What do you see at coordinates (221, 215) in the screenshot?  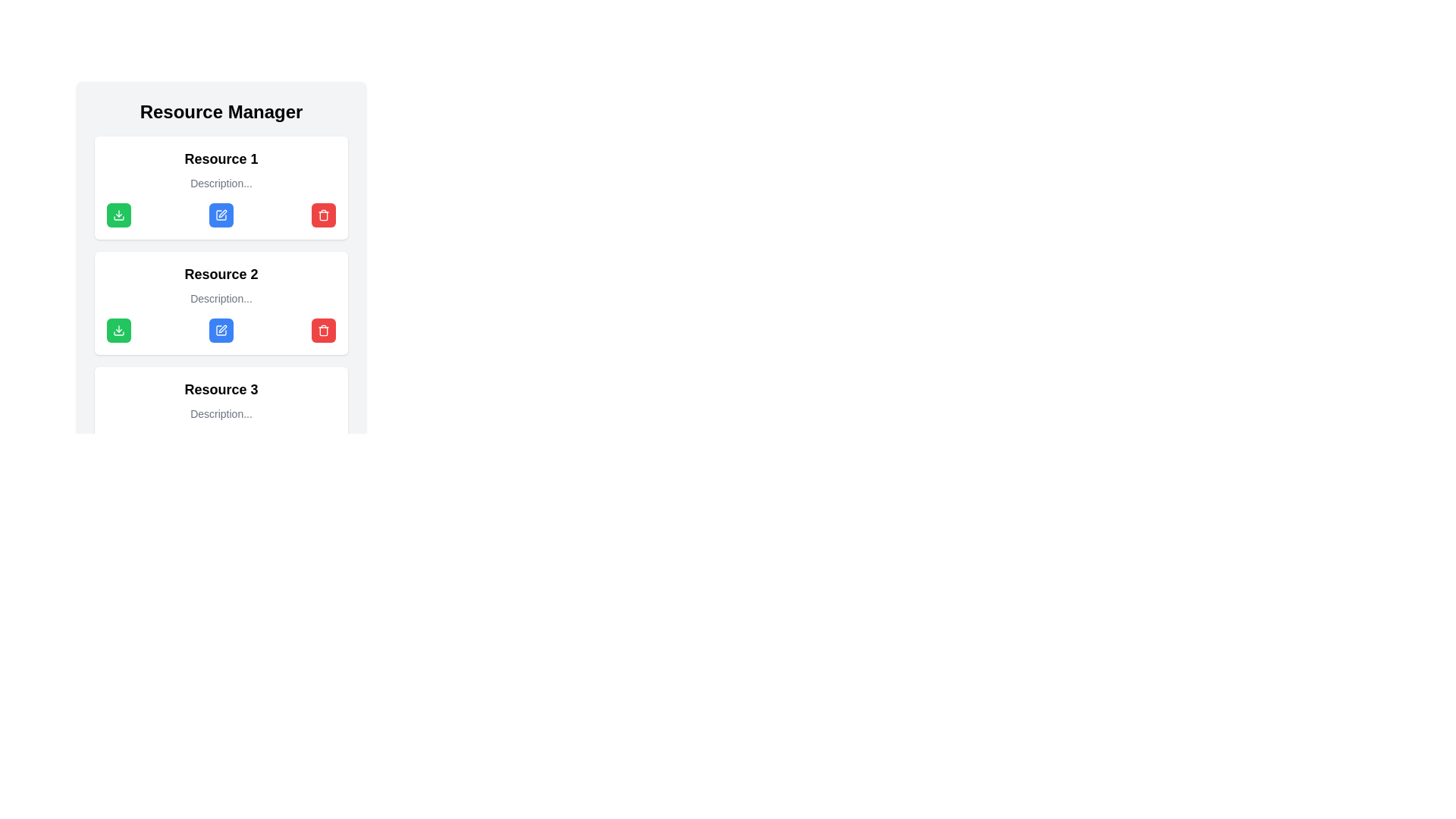 I see `the middle button associated with 'Resource 1' to initiate editing` at bounding box center [221, 215].